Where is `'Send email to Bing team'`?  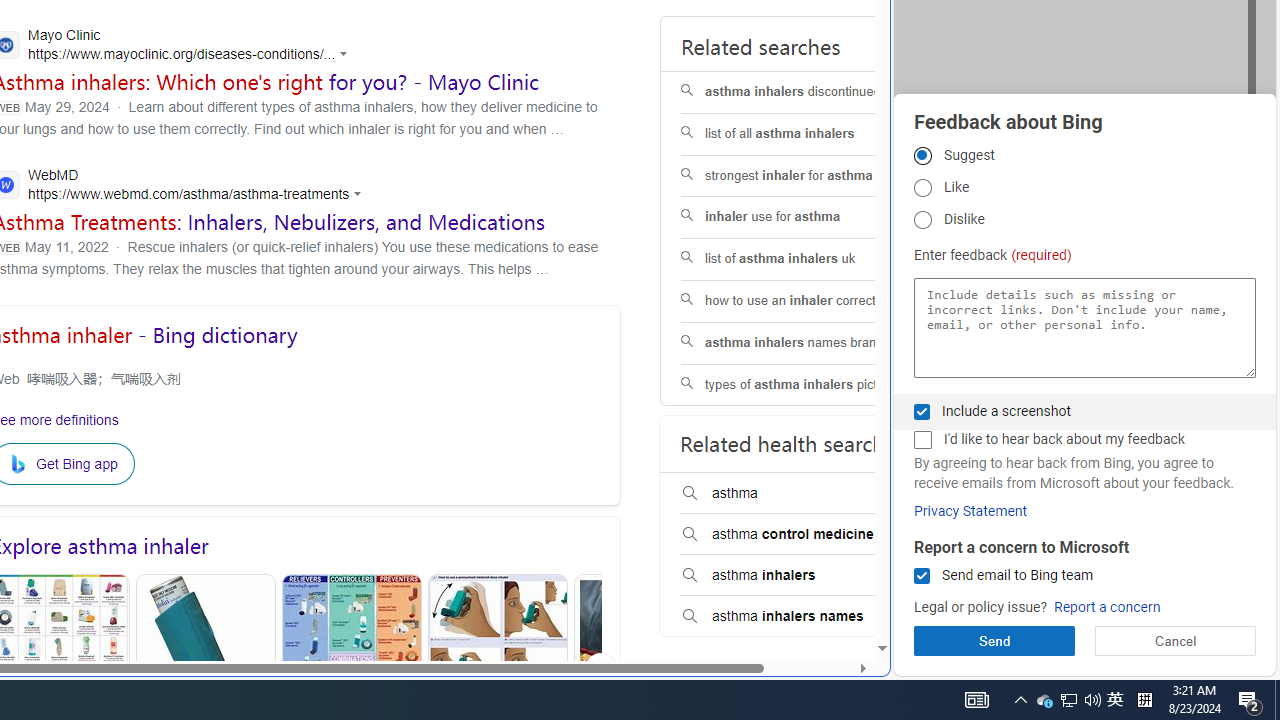
'Send email to Bing team' is located at coordinates (921, 576).